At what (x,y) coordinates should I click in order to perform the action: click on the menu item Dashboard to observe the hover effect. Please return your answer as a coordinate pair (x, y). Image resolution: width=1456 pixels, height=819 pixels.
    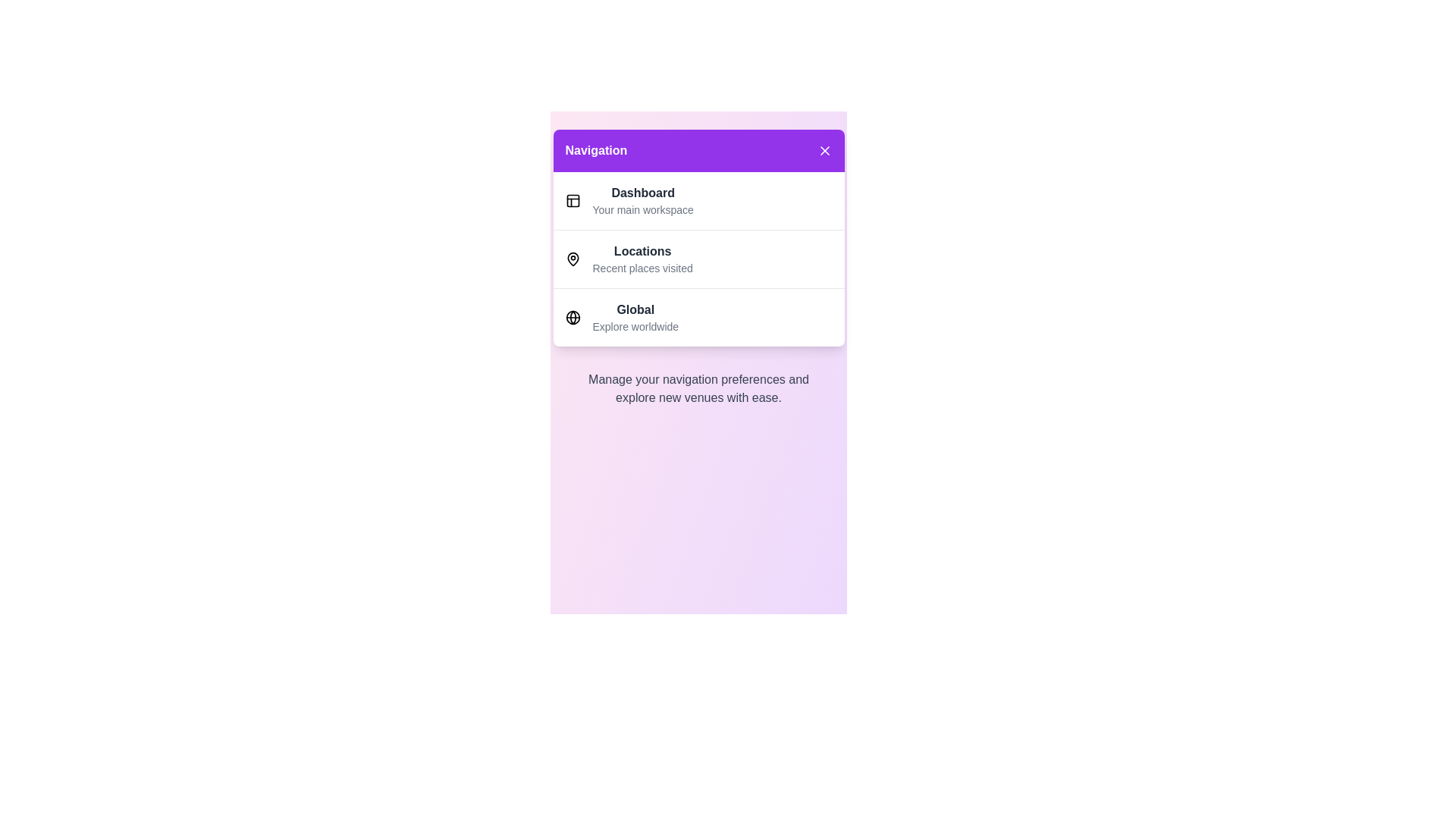
    Looking at the image, I should click on (698, 200).